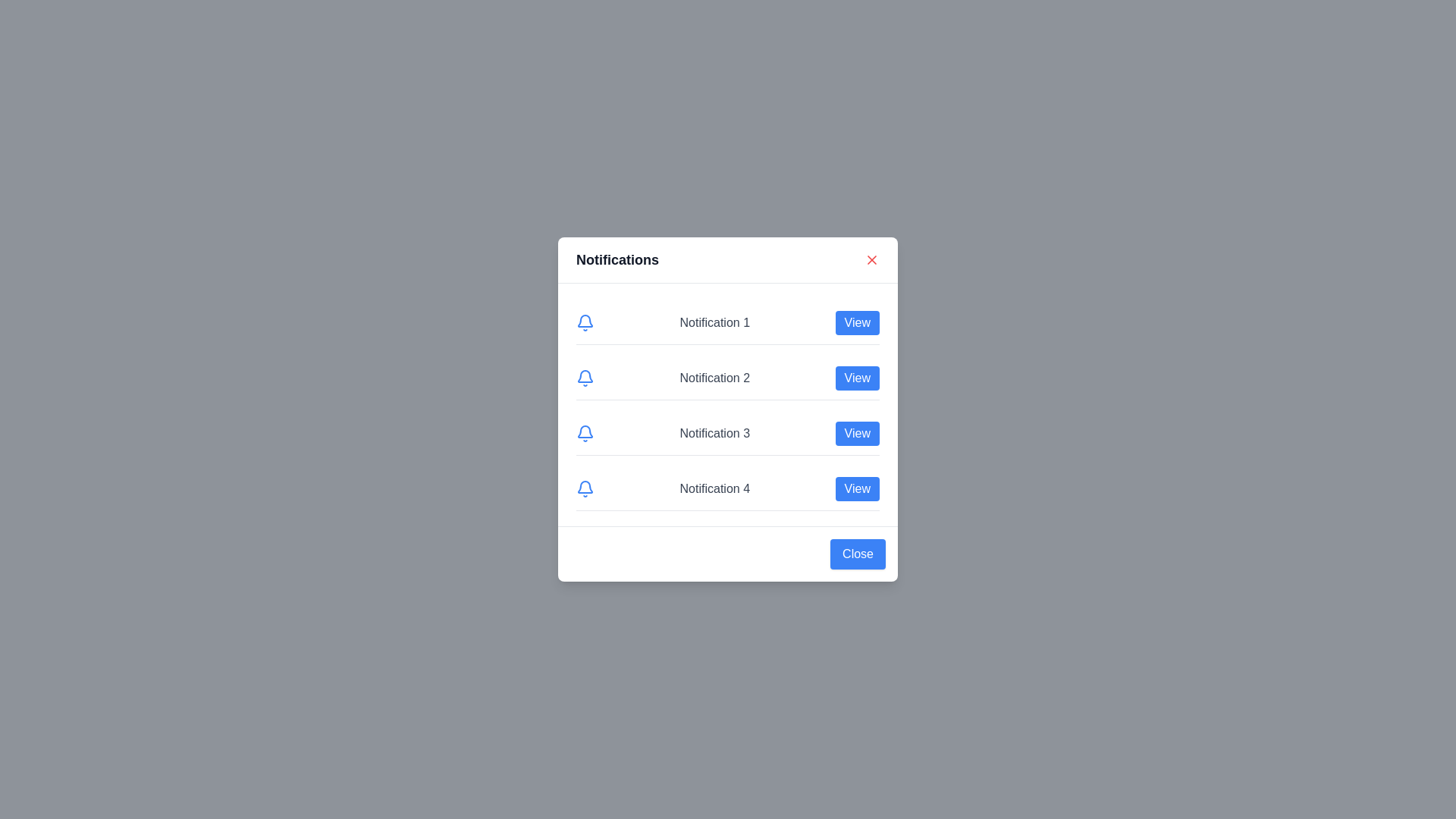 The width and height of the screenshot is (1456, 819). Describe the element at coordinates (857, 488) in the screenshot. I see `the 'View' button corresponding to notification number 4` at that location.